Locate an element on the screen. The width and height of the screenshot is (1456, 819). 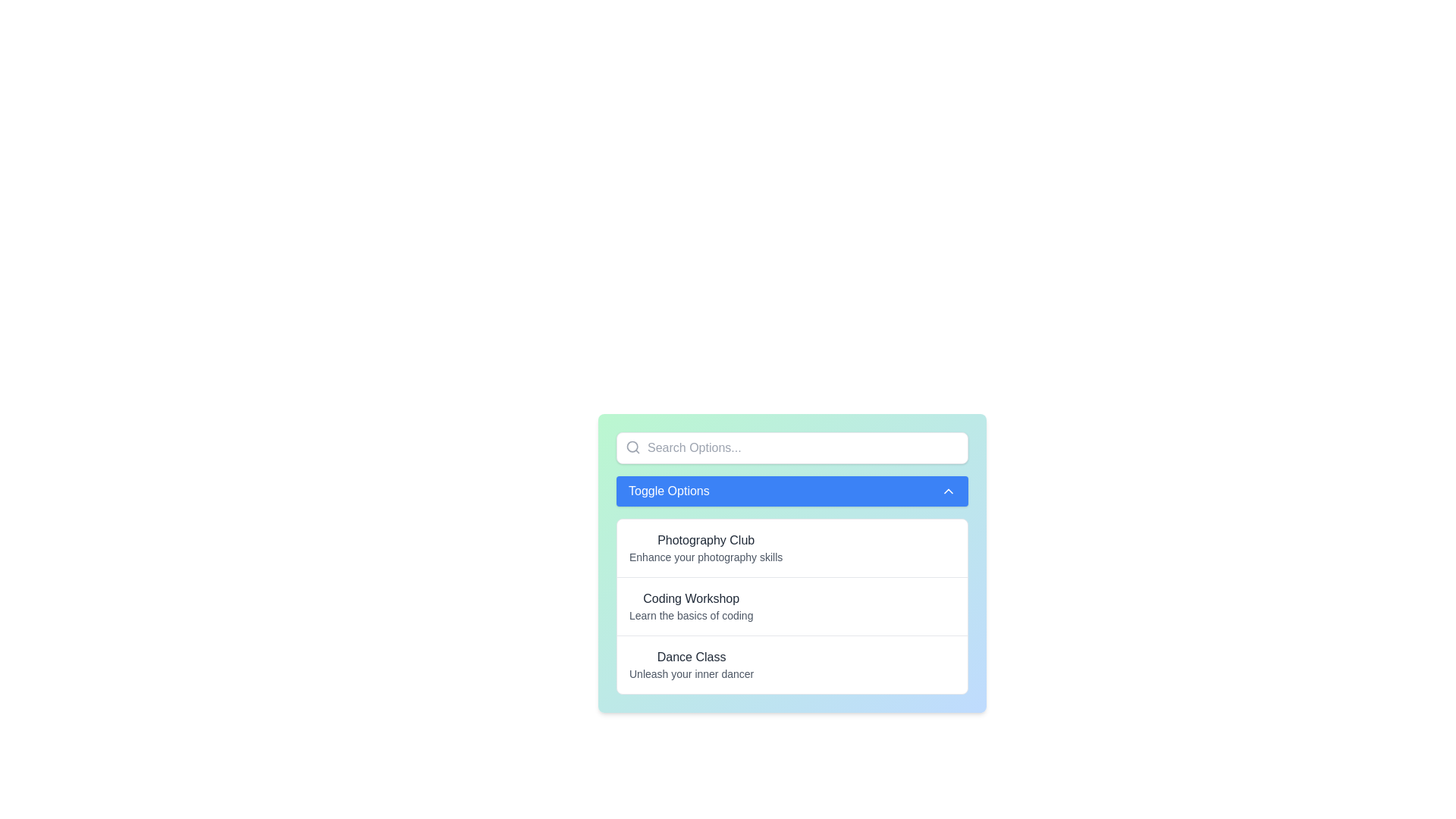
text label that says 'Learn the basics of coding', which is styled with a smaller font size and gray color, located beneath the header 'Coding Workshop' in the middle section of a vertical list interface is located at coordinates (690, 616).